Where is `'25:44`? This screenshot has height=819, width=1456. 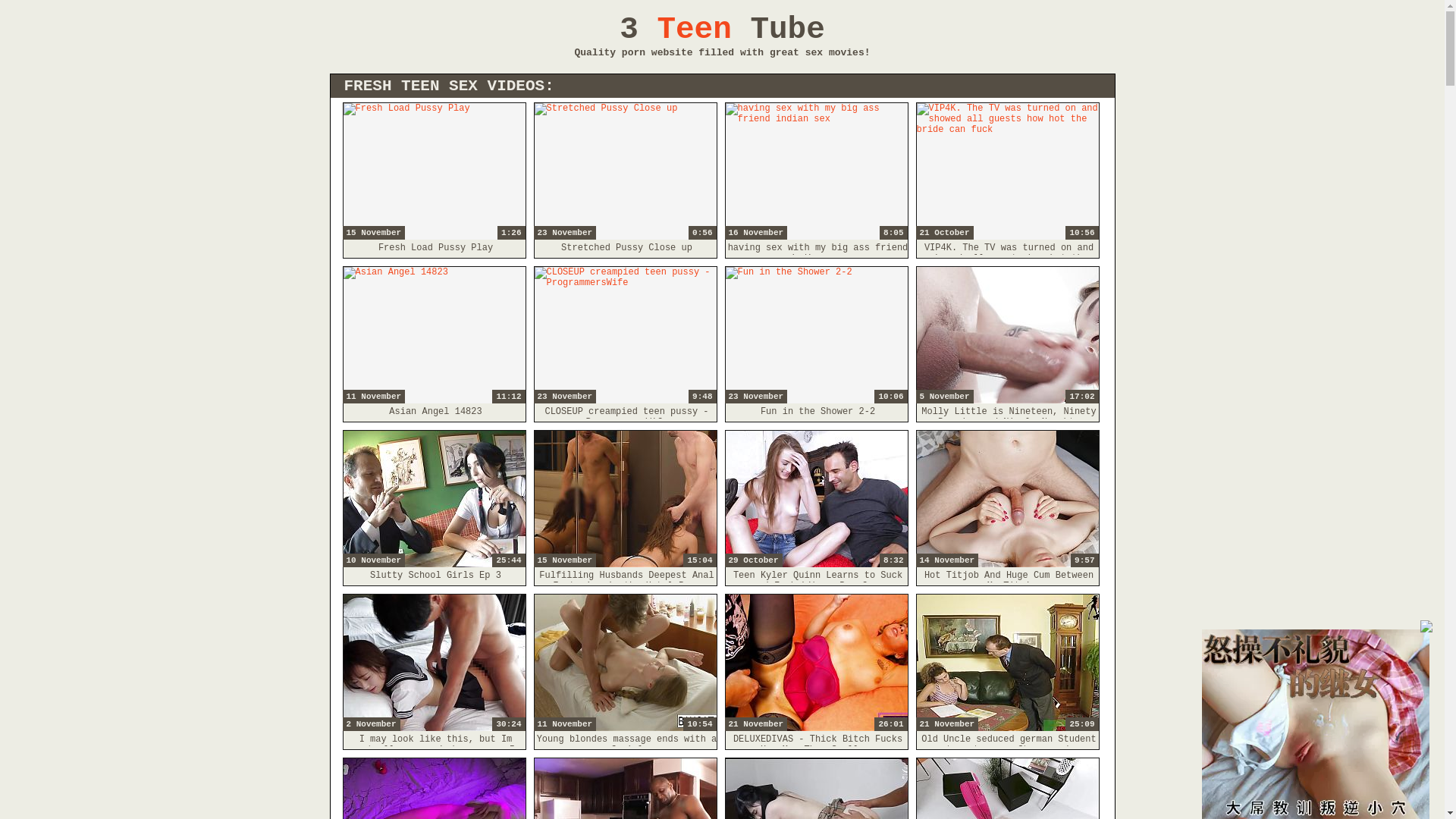
'25:44 is located at coordinates (432, 499).